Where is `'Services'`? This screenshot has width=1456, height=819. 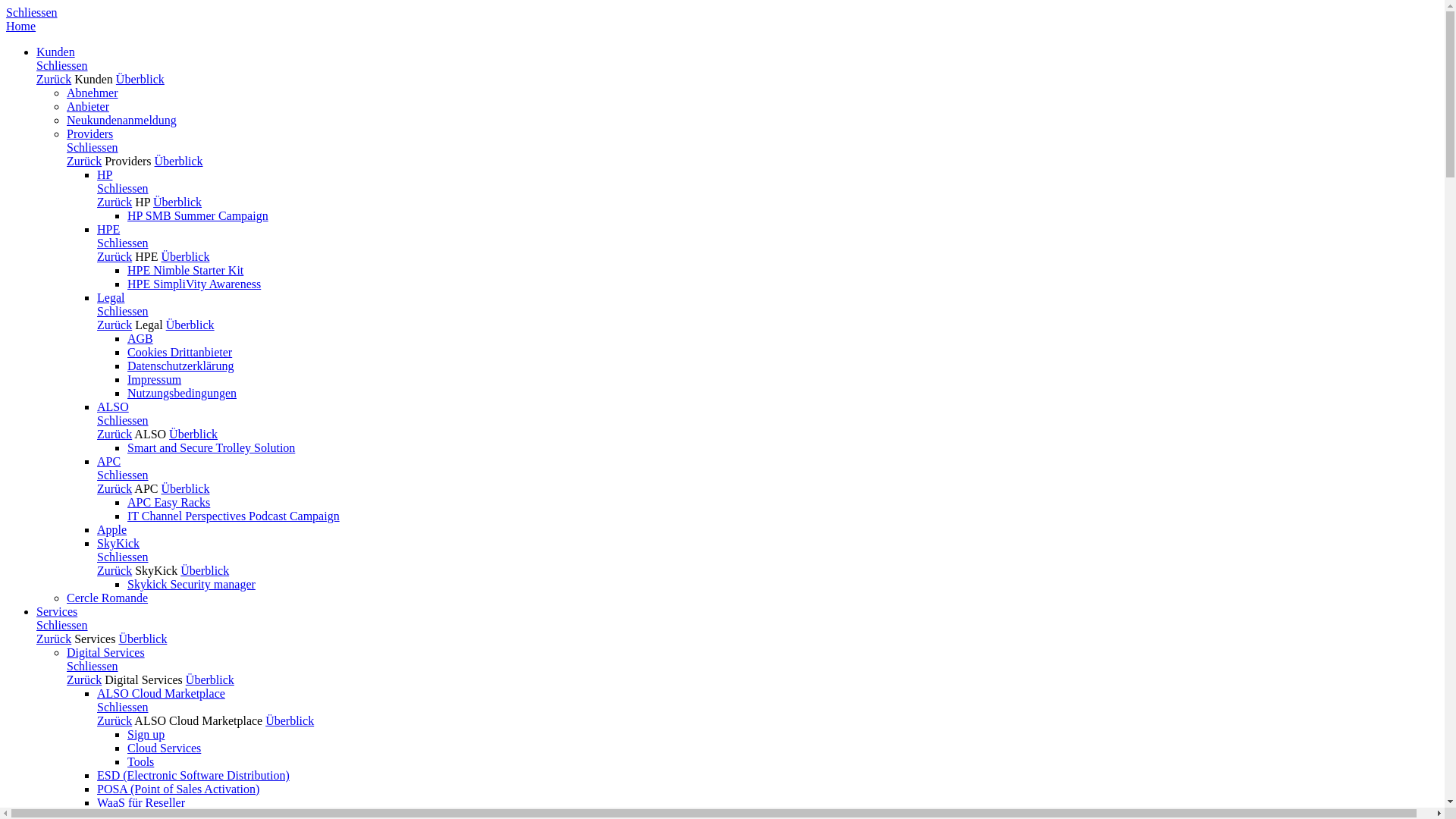
'Services' is located at coordinates (57, 610).